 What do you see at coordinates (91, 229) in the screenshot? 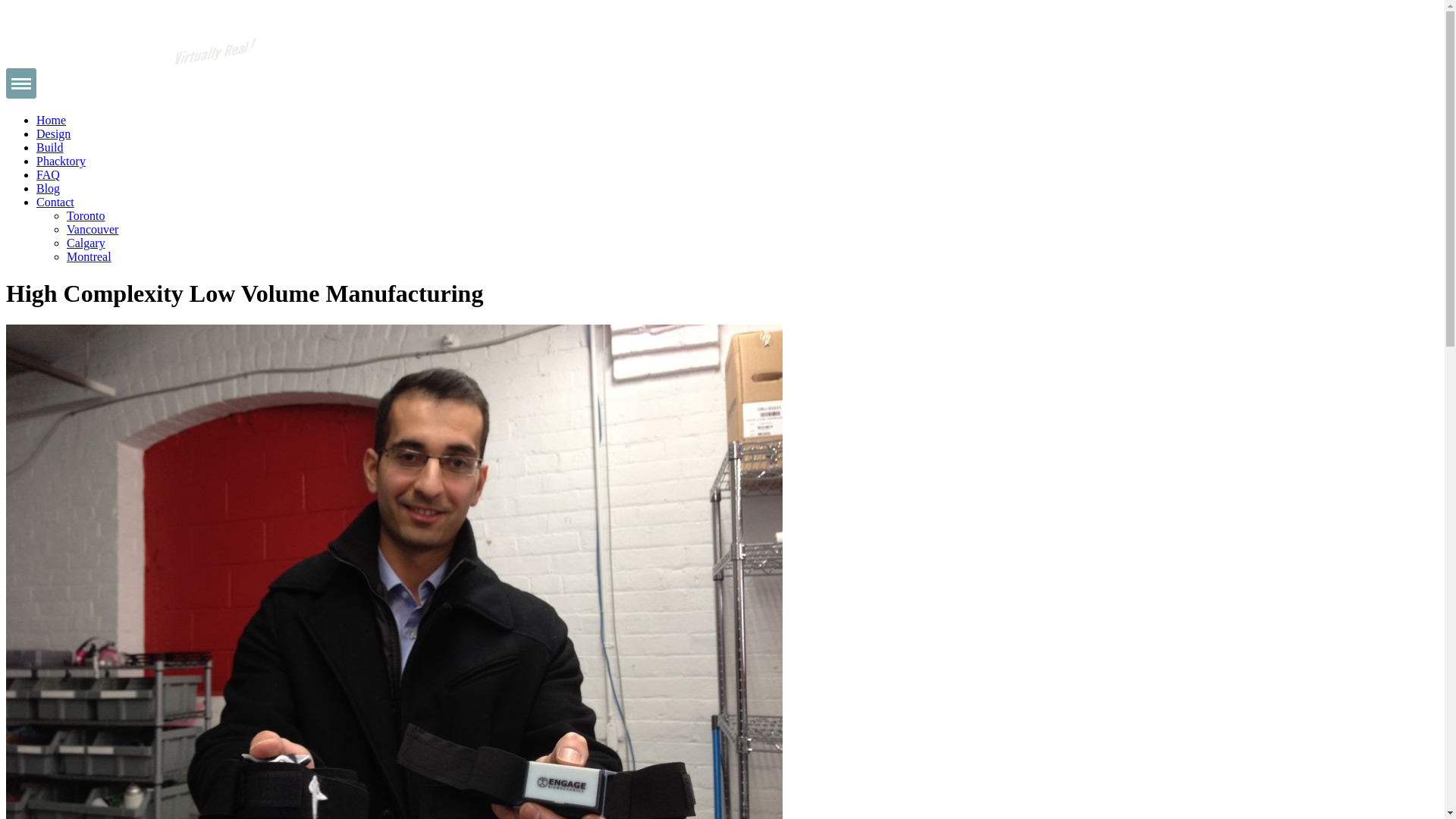
I see `'Vancouver'` at bounding box center [91, 229].